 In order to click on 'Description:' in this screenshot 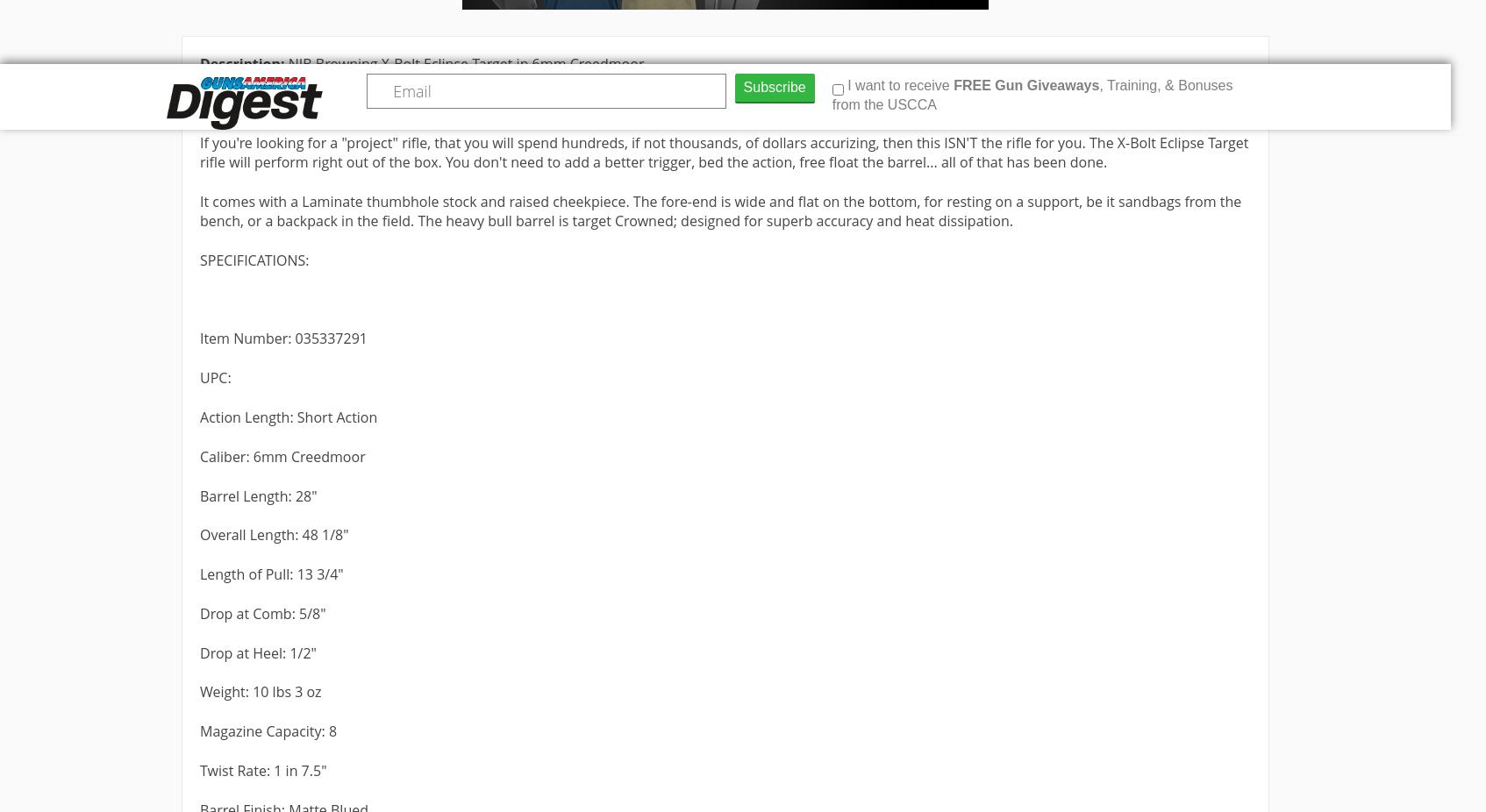, I will do `click(200, 62)`.